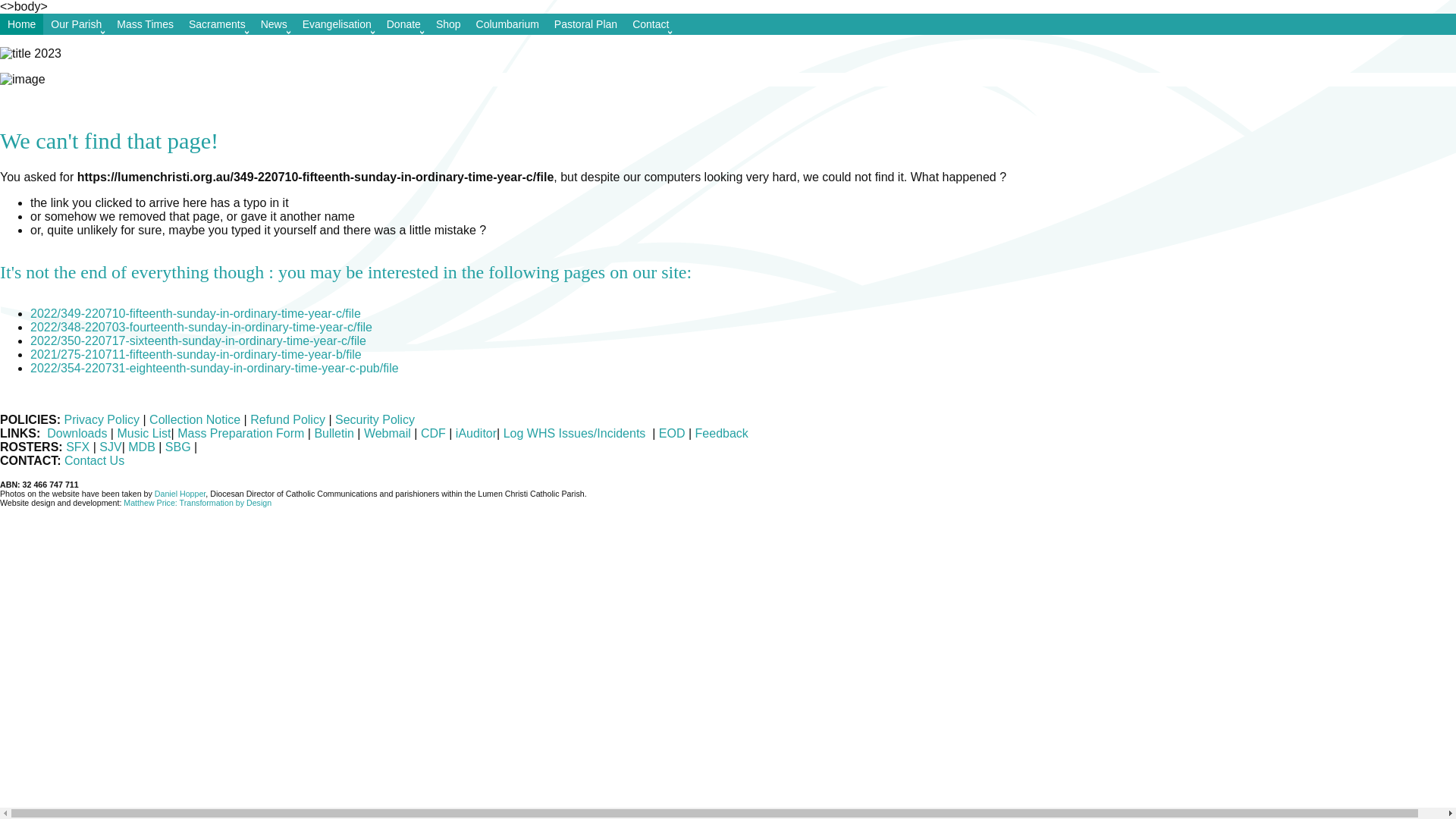 The height and width of the screenshot is (819, 1456). Describe the element at coordinates (180, 494) in the screenshot. I see `'Daniel Hopper'` at that location.